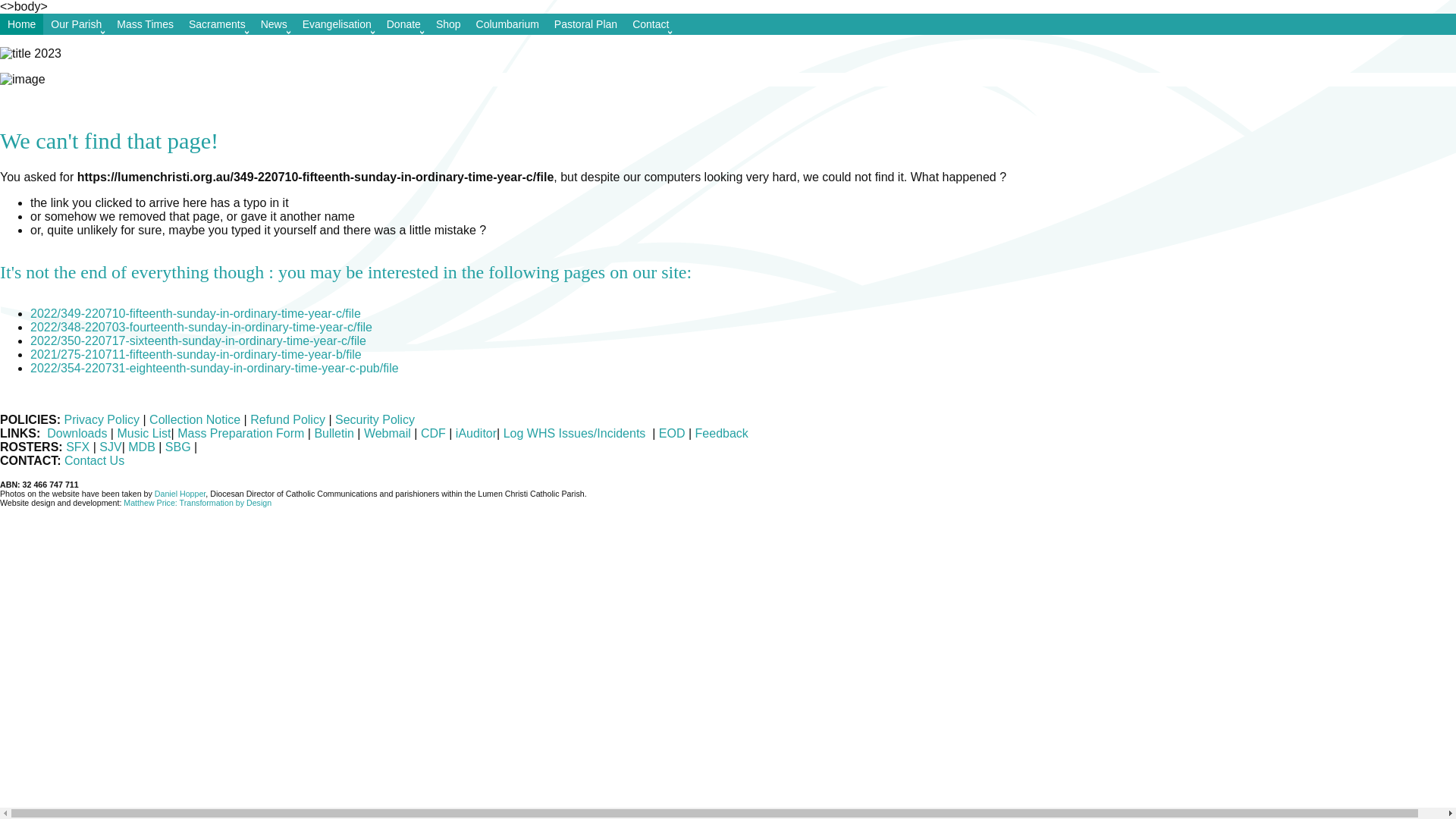 The height and width of the screenshot is (819, 1456). Describe the element at coordinates (180, 494) in the screenshot. I see `'Daniel Hopper'` at that location.